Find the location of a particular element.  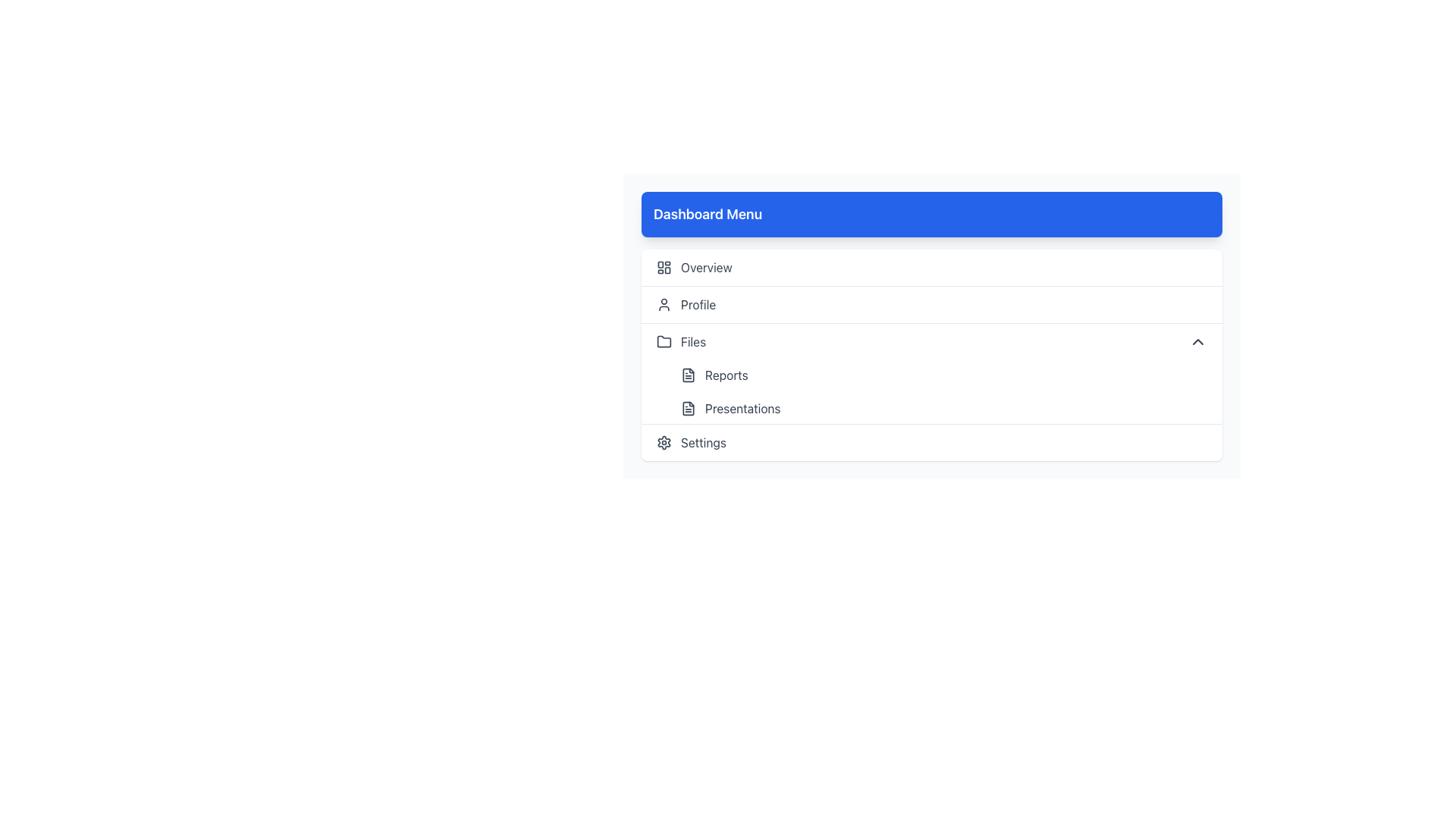

the user profile icon located to the left of the 'Profile' text in the horizontal menu is located at coordinates (664, 304).